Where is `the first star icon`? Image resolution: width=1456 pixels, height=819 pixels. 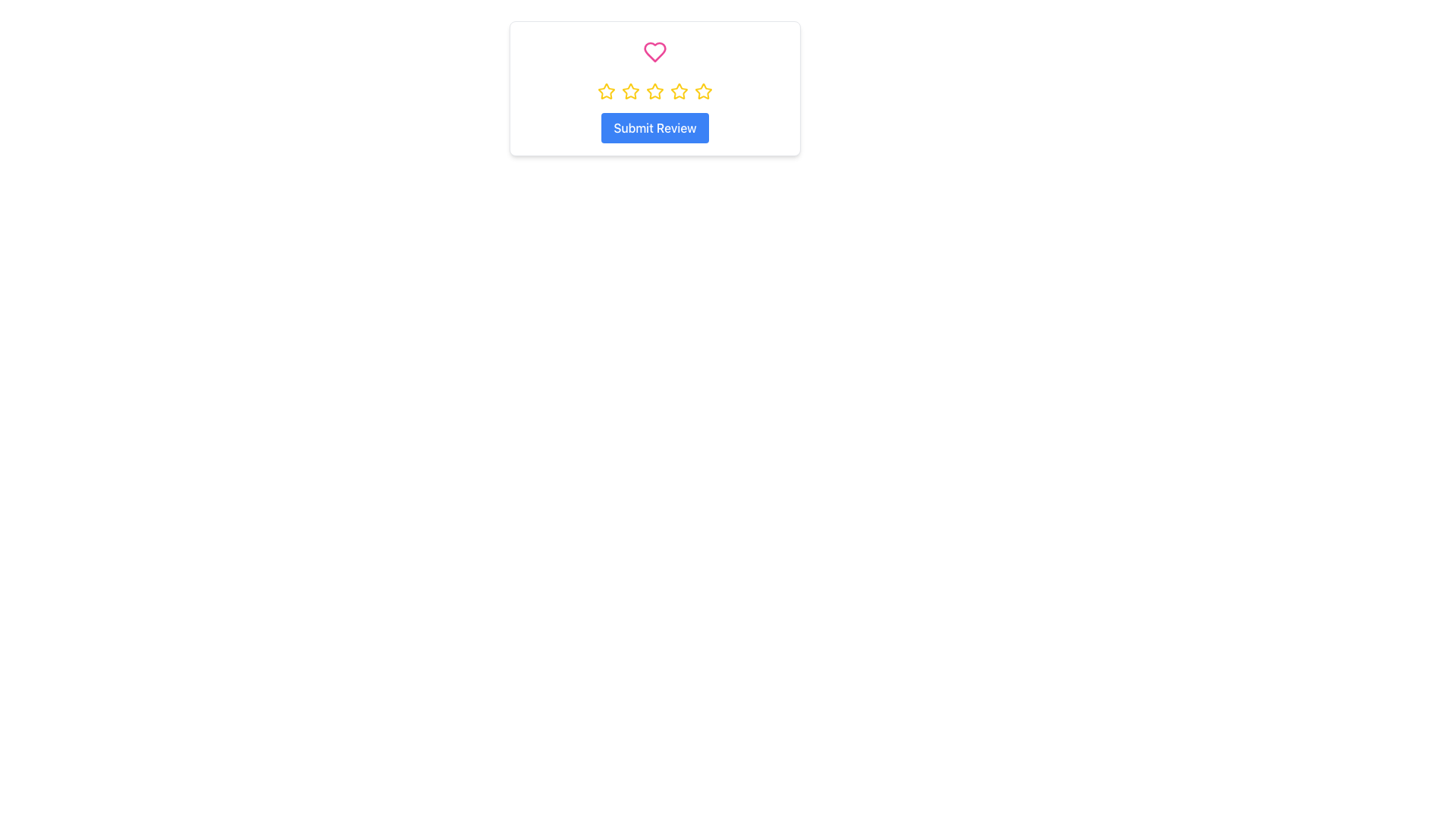
the first star icon is located at coordinates (607, 91).